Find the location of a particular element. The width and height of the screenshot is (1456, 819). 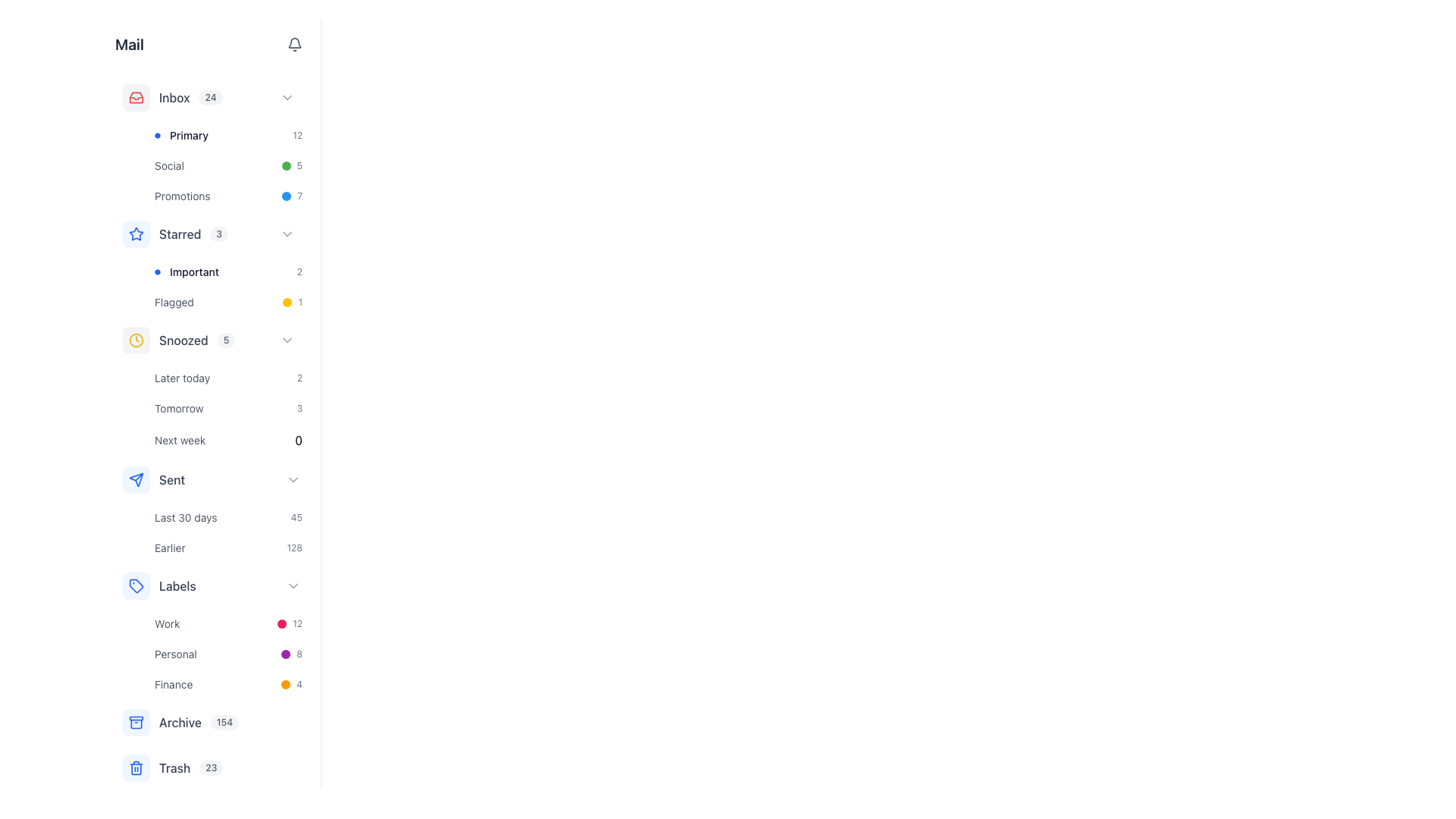

the static text label displaying the number '12' that indicates a notification or status value associated with the 'Primary' category, positioned at the far right of its row is located at coordinates (297, 134).